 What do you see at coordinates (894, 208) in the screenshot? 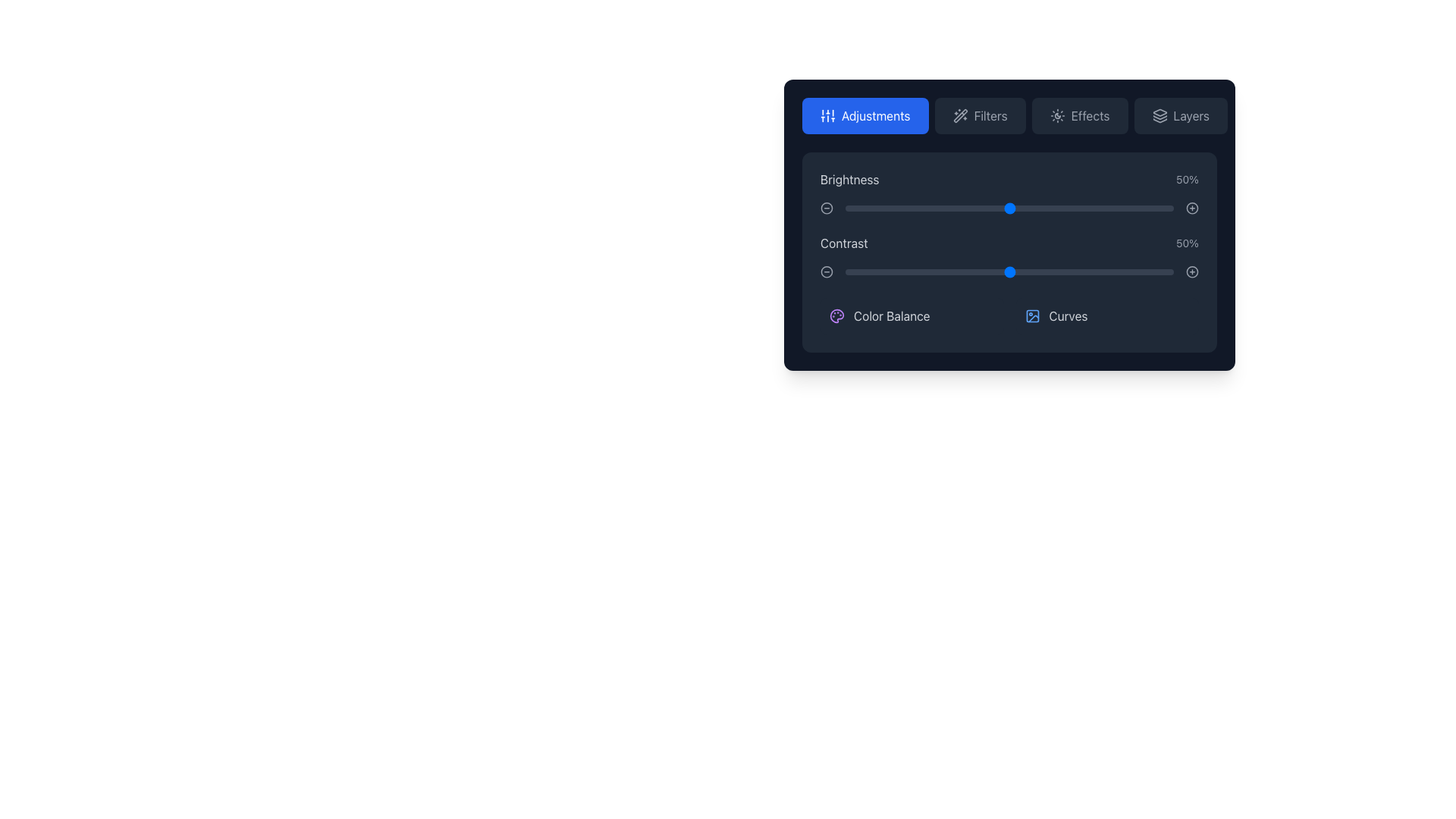
I see `brightness` at bounding box center [894, 208].